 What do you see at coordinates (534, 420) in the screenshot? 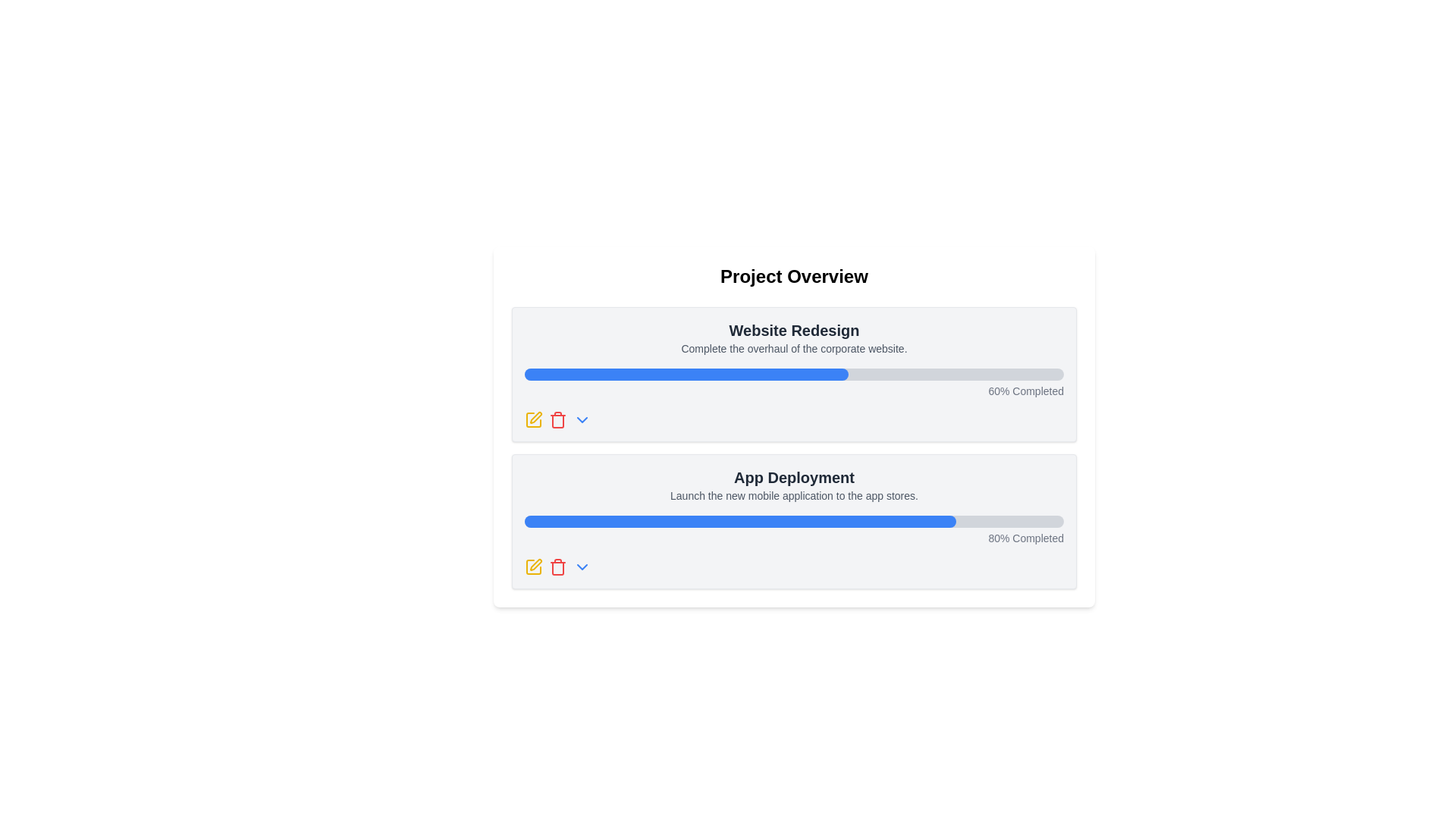
I see `the edit tool icon button located in the 'Website Redesign' task section for further actions` at bounding box center [534, 420].